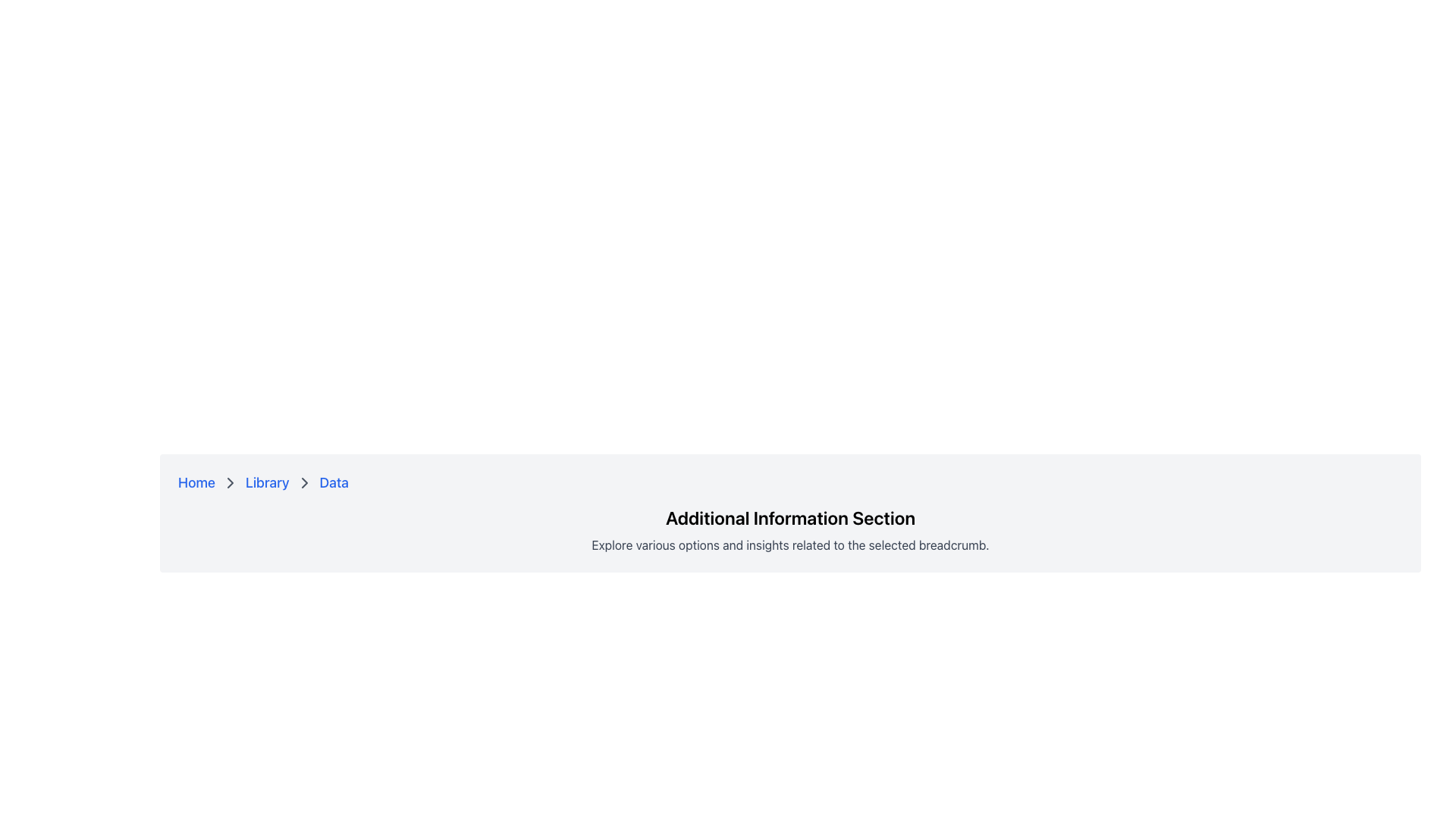 The height and width of the screenshot is (819, 1456). I want to click on the right-pointing chevron icon located between the 'Home' and 'Library' links in the breadcrumb navigation, so click(229, 482).